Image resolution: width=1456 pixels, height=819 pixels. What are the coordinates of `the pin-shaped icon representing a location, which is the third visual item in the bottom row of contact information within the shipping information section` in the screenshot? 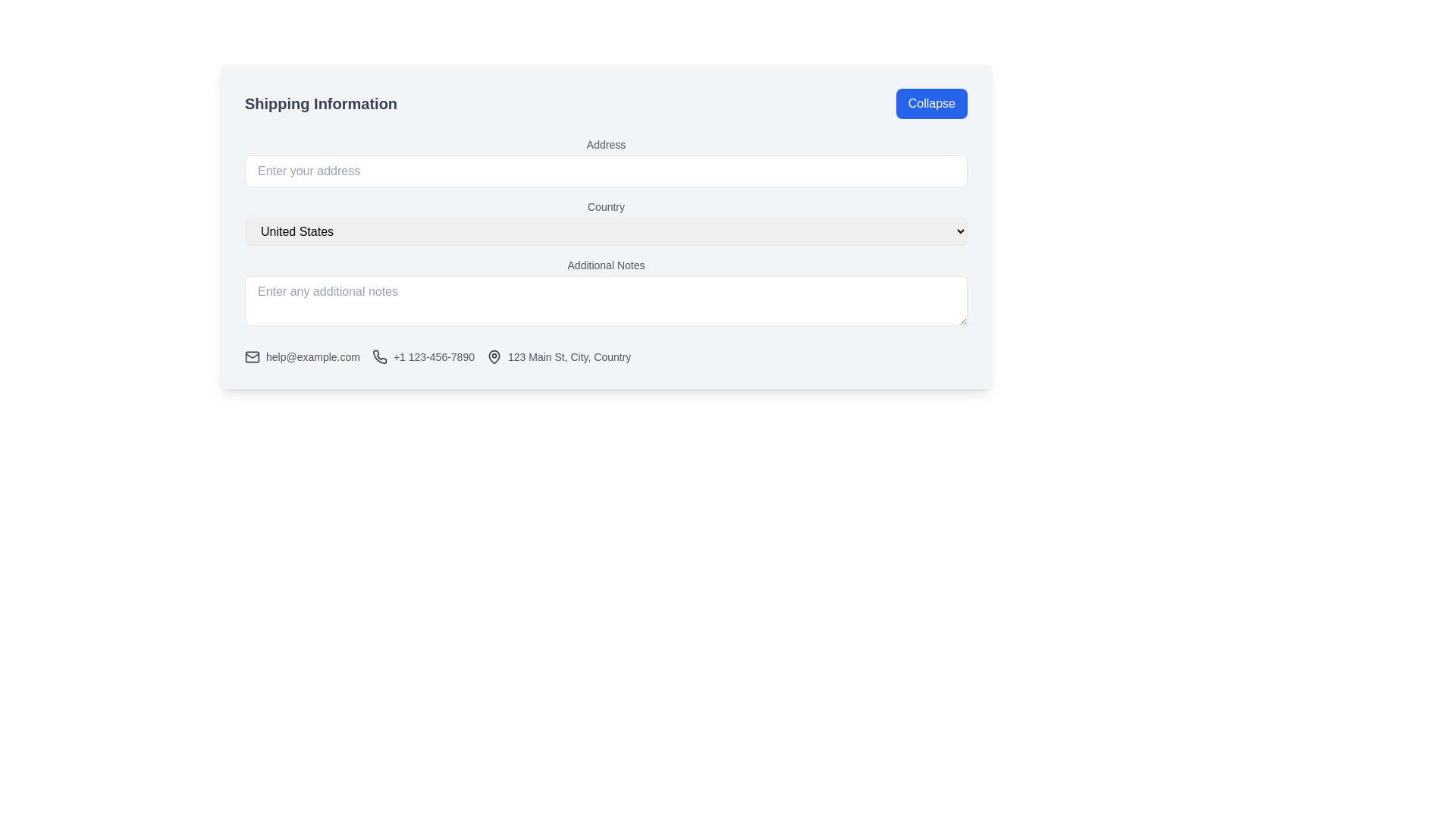 It's located at (494, 356).